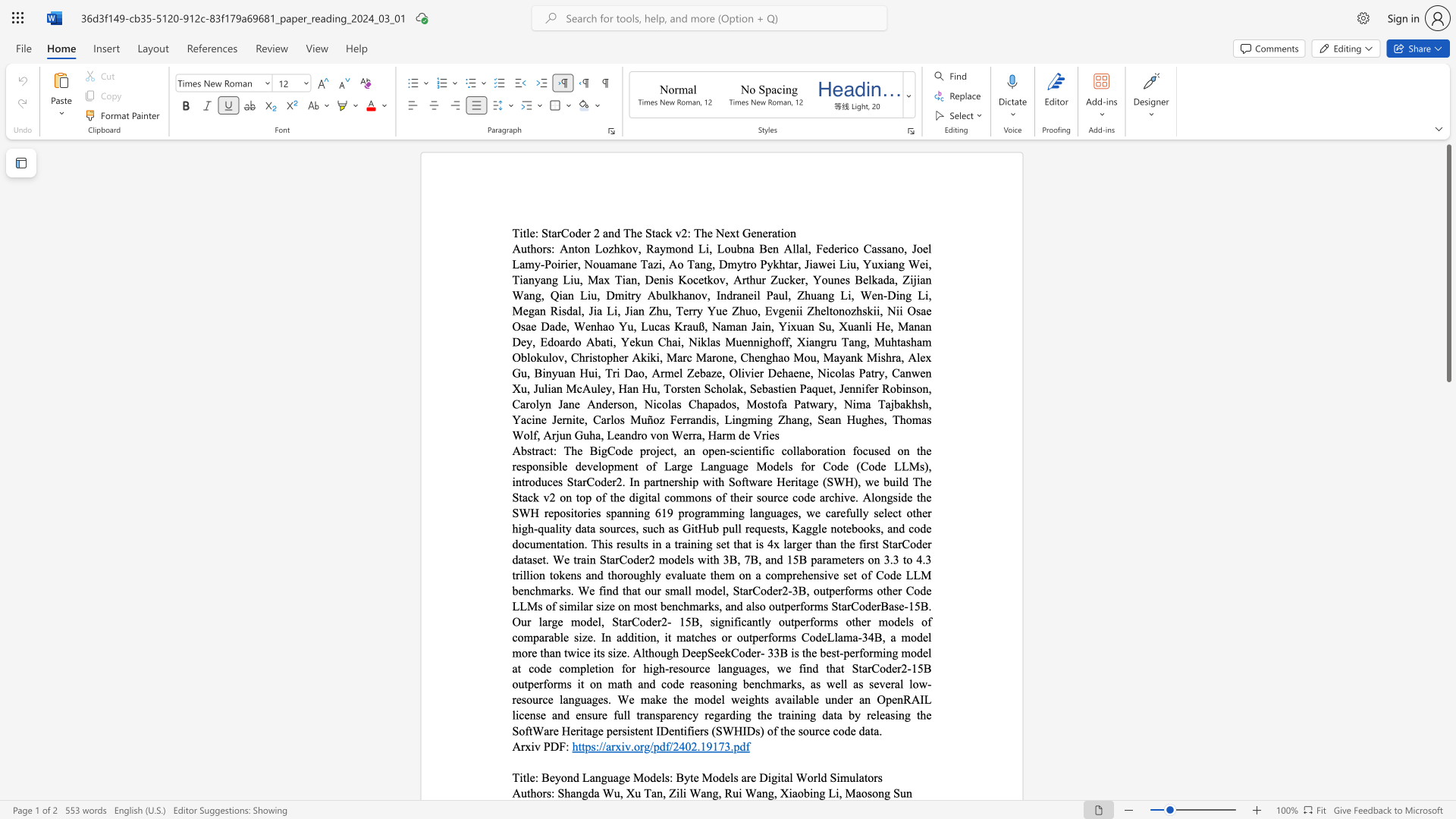  I want to click on the 1th character "a" in the text, so click(858, 792).